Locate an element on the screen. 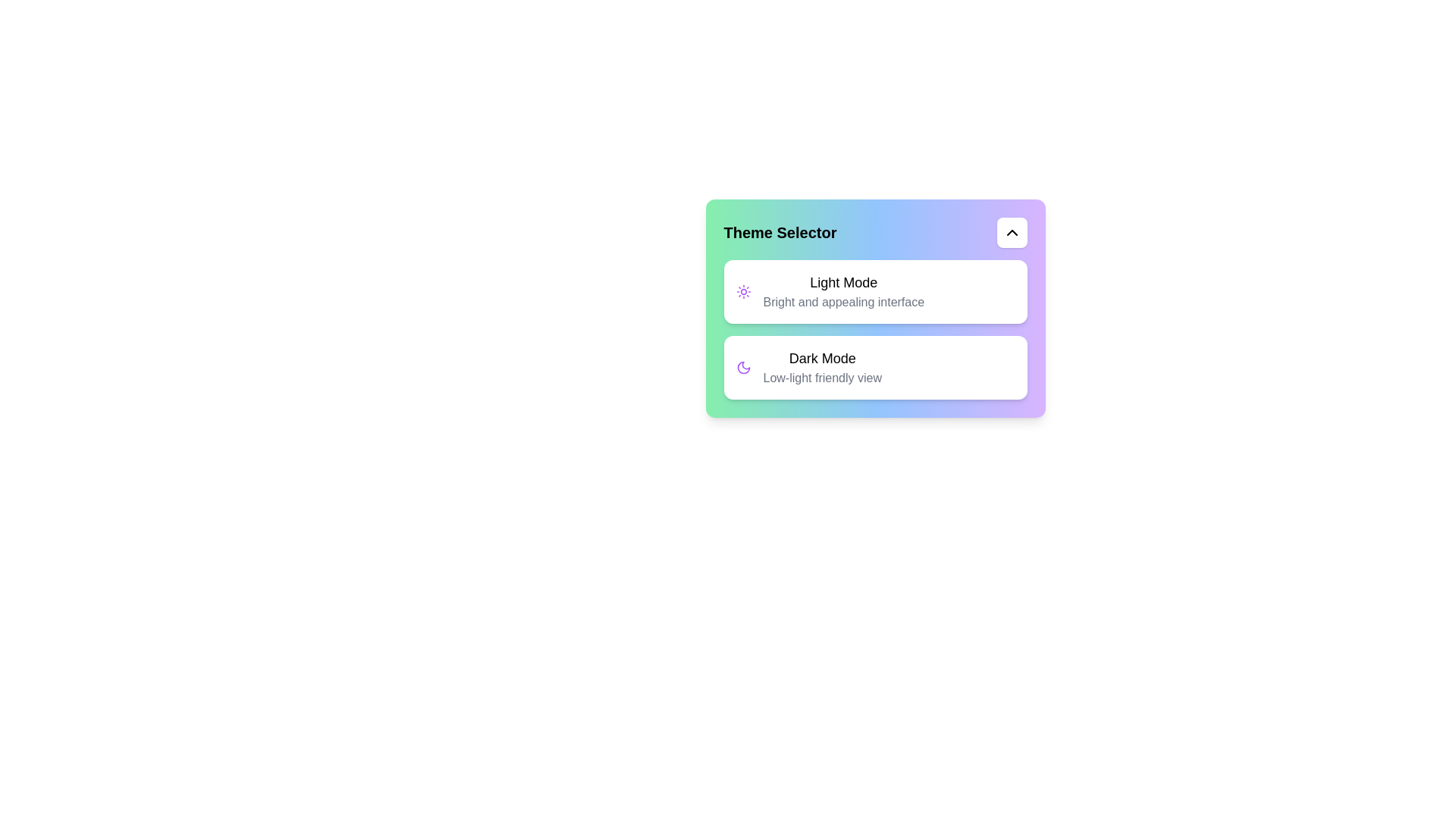 This screenshot has height=819, width=1456. toggle button to close the theme menu is located at coordinates (1012, 233).